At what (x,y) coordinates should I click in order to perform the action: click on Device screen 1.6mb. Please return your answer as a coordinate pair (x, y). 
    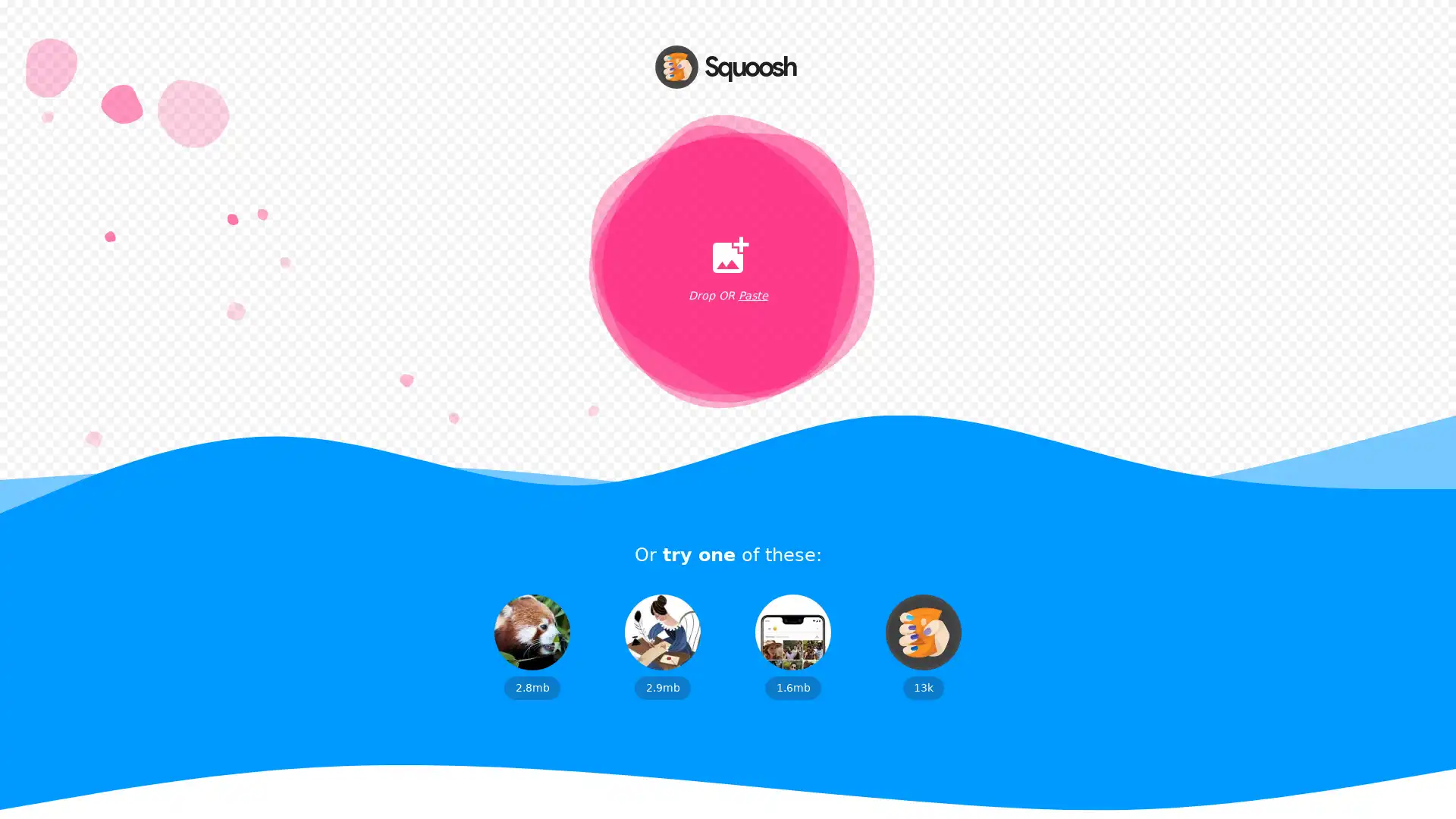
    Looking at the image, I should click on (792, 646).